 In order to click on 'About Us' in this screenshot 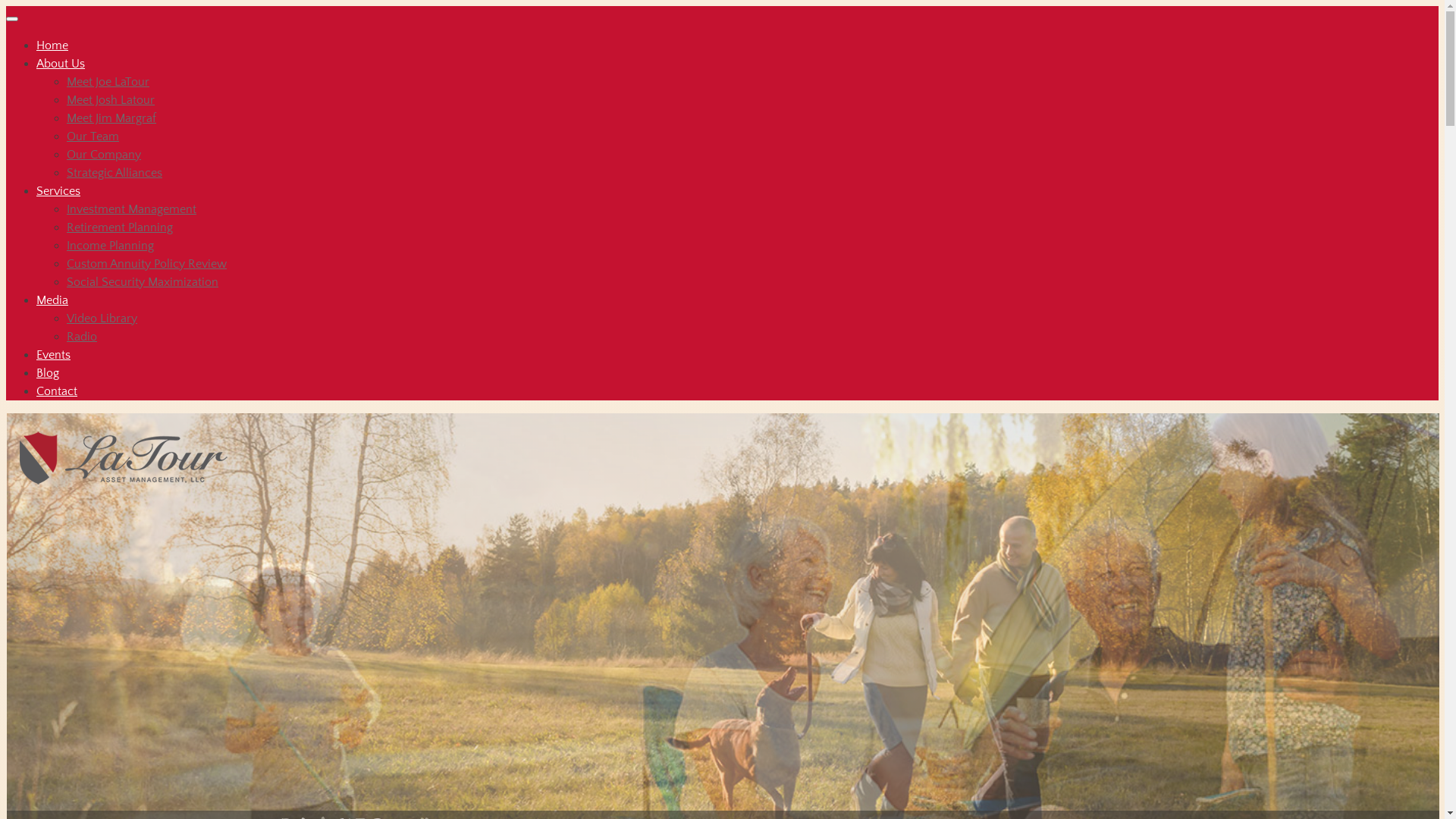, I will do `click(61, 63)`.